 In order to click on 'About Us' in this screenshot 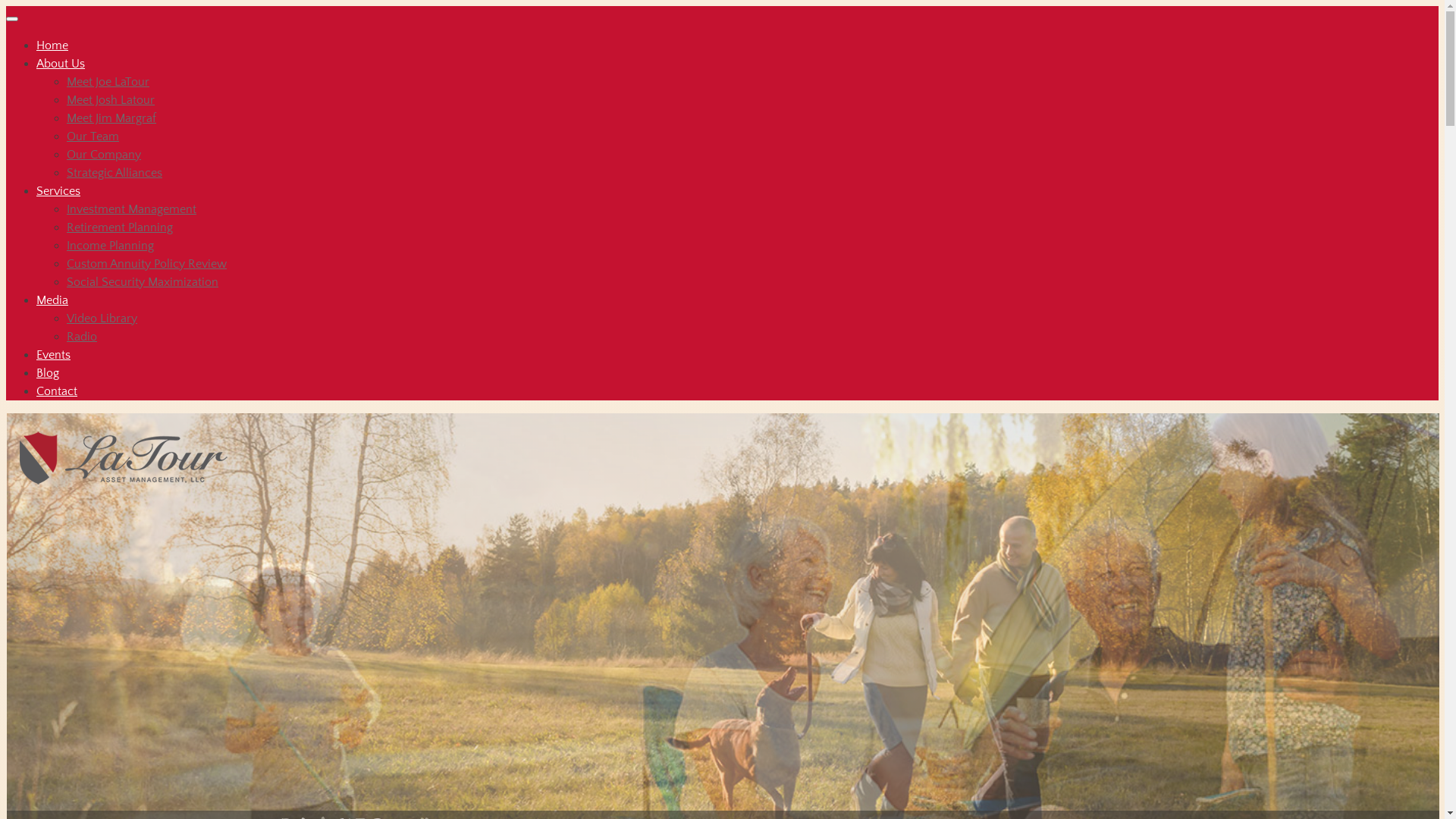, I will do `click(61, 63)`.